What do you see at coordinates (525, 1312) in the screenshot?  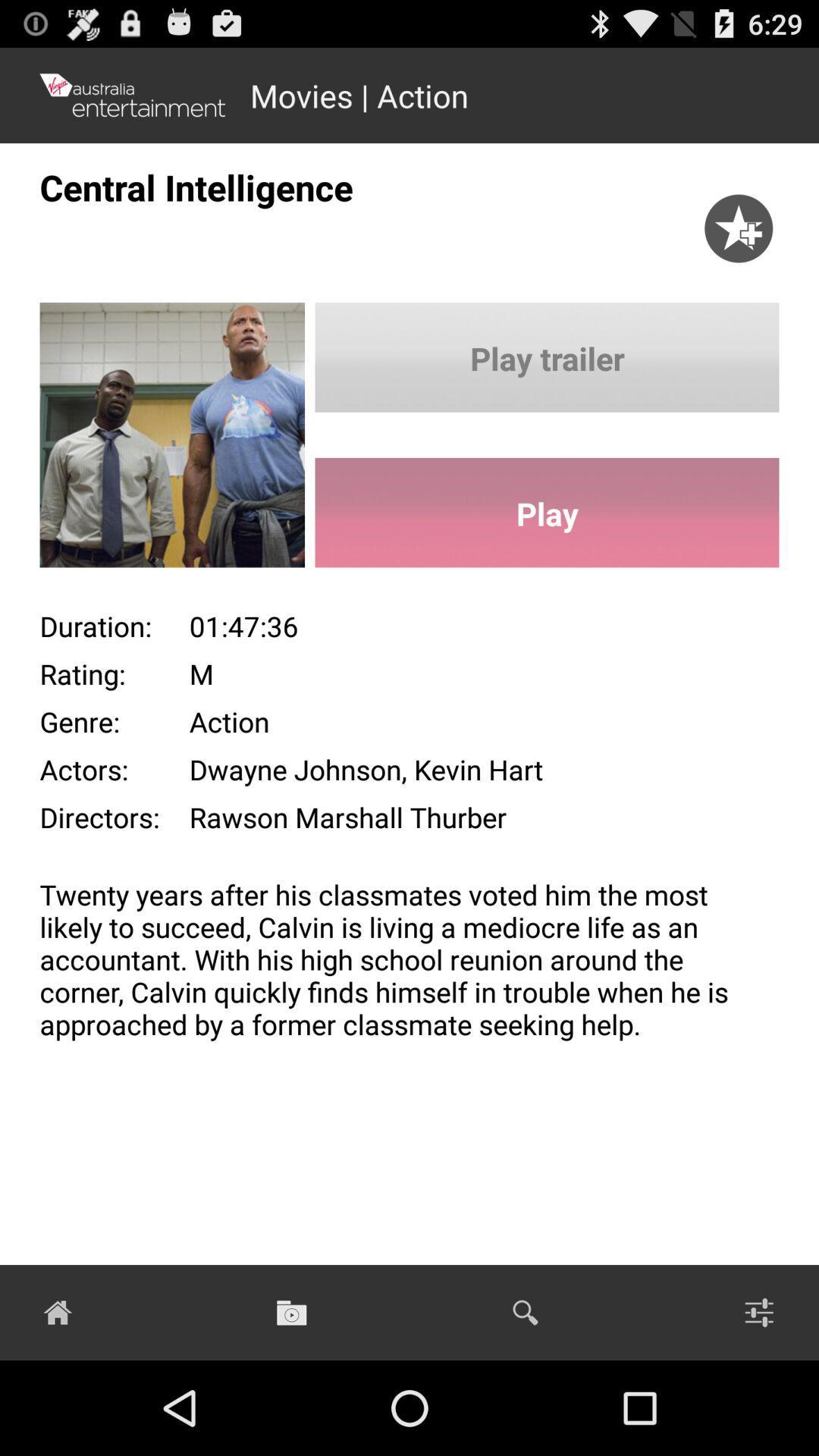 I see `the search button on the web page` at bounding box center [525, 1312].